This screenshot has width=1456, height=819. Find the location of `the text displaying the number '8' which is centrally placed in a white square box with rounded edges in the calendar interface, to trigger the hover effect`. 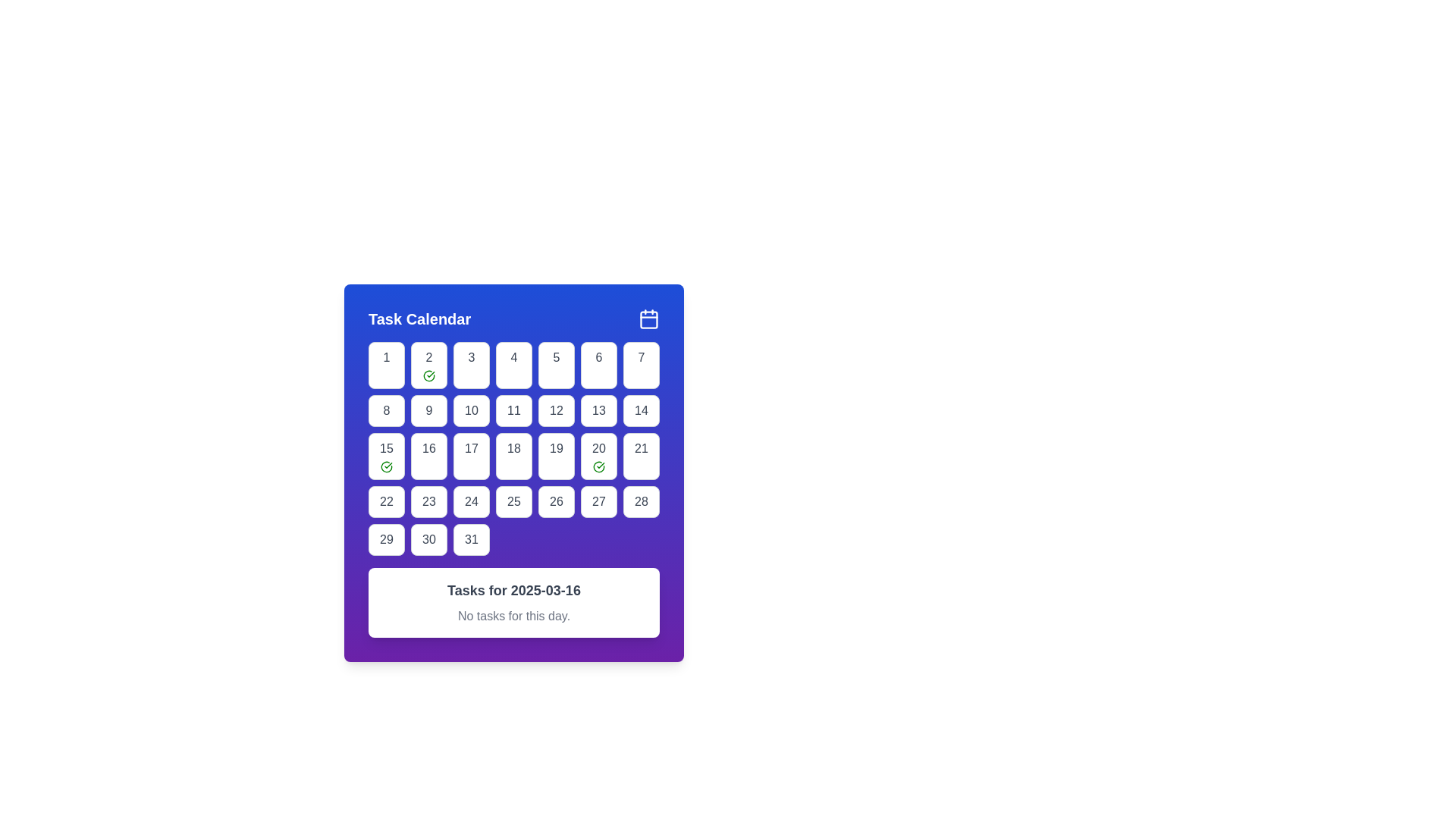

the text displaying the number '8' which is centrally placed in a white square box with rounded edges in the calendar interface, to trigger the hover effect is located at coordinates (386, 411).